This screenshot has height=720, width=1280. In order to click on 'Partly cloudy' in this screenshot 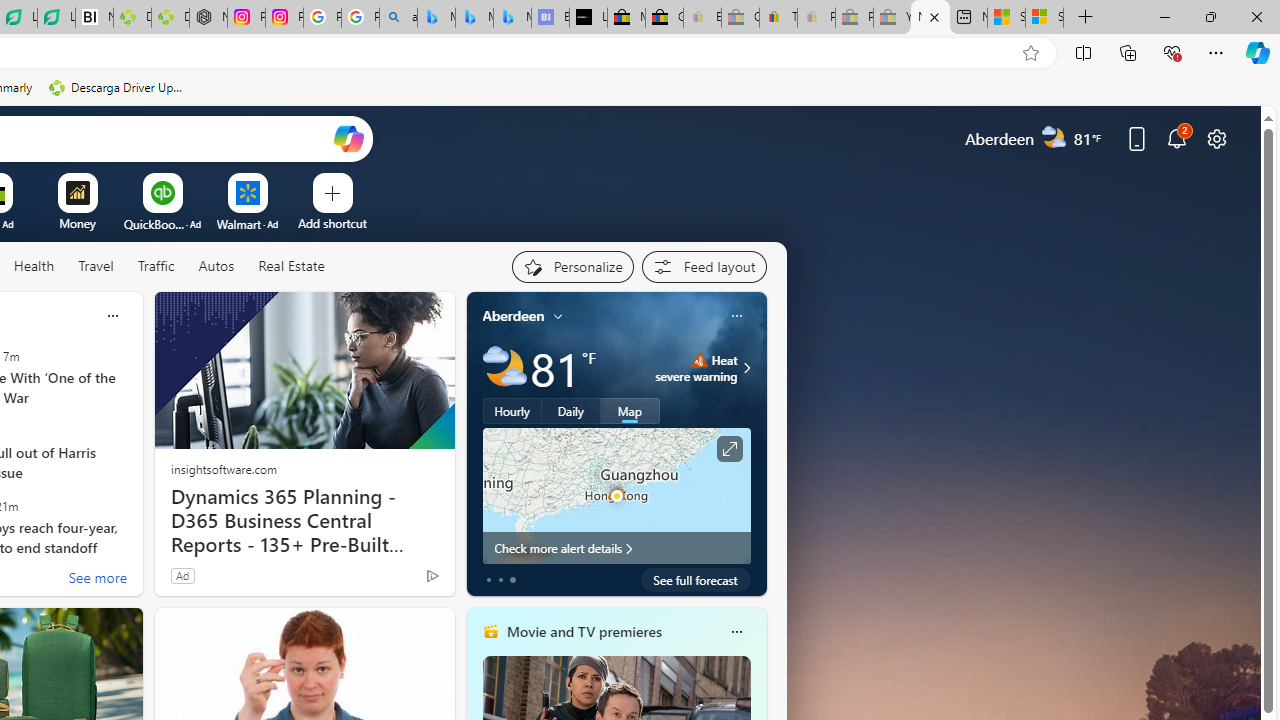, I will do `click(504, 368)`.